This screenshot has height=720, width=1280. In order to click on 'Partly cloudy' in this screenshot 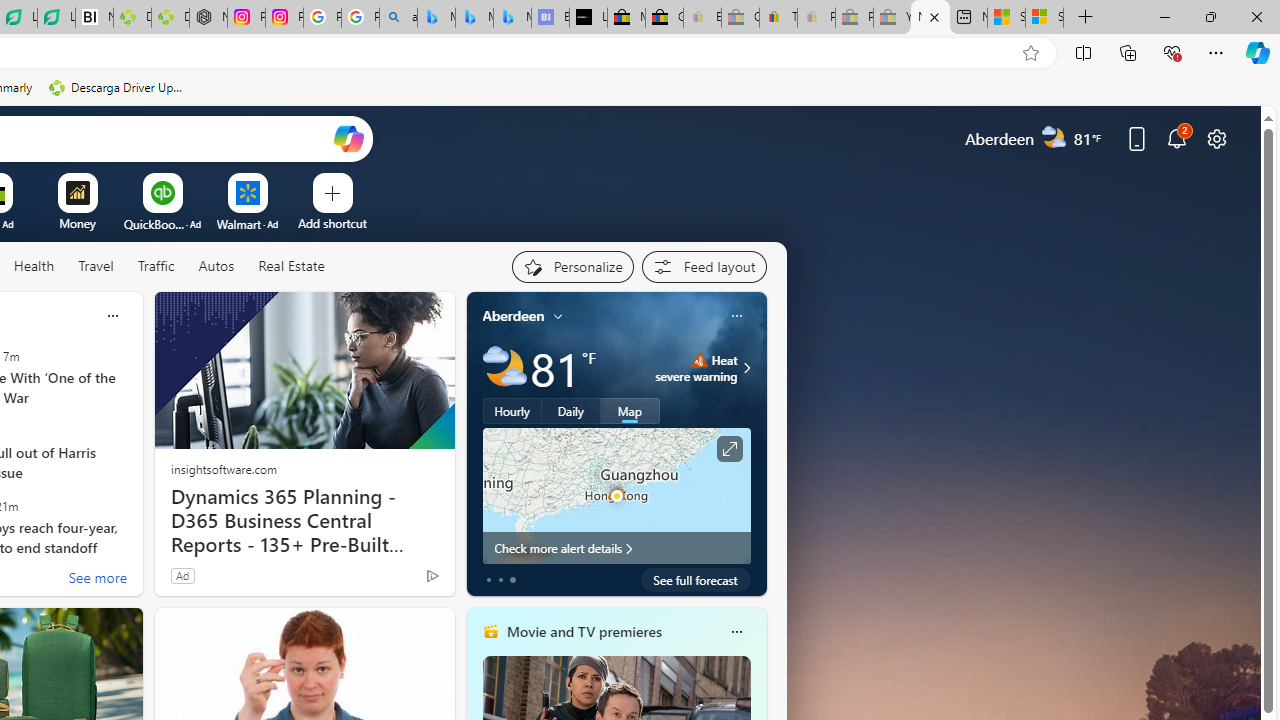, I will do `click(504, 368)`.